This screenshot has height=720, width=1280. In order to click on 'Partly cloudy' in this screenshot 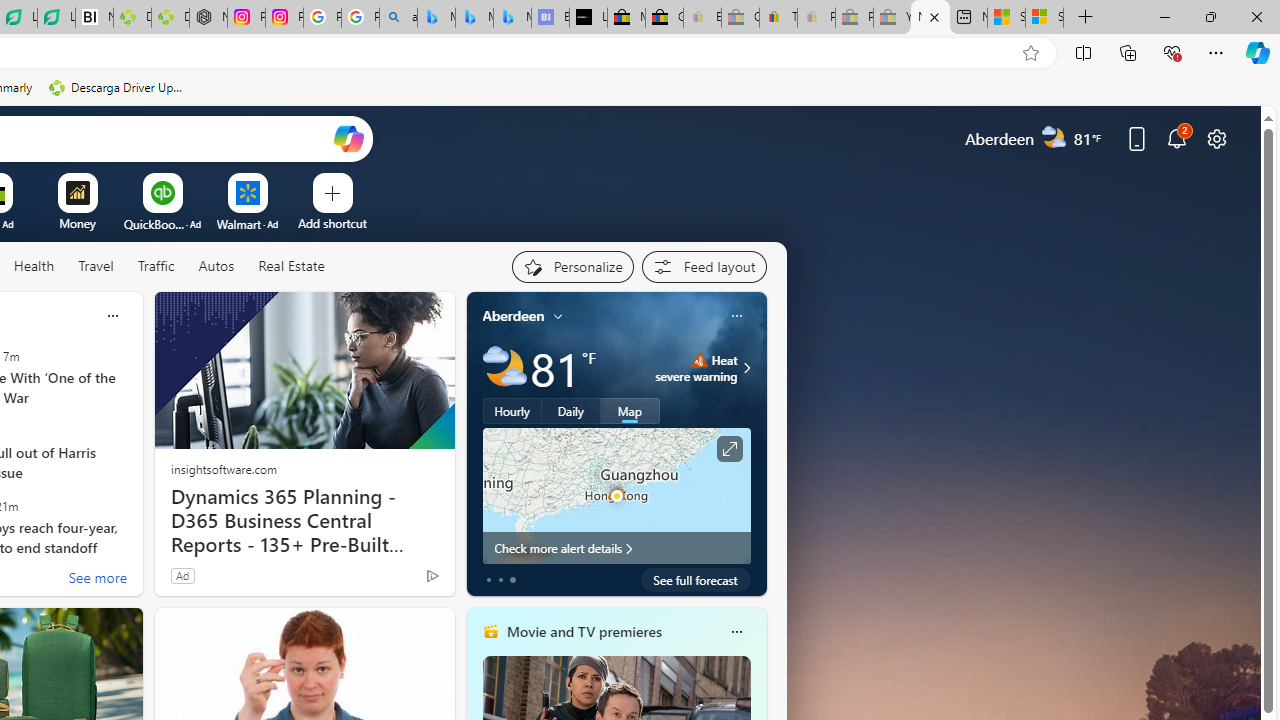, I will do `click(504, 368)`.